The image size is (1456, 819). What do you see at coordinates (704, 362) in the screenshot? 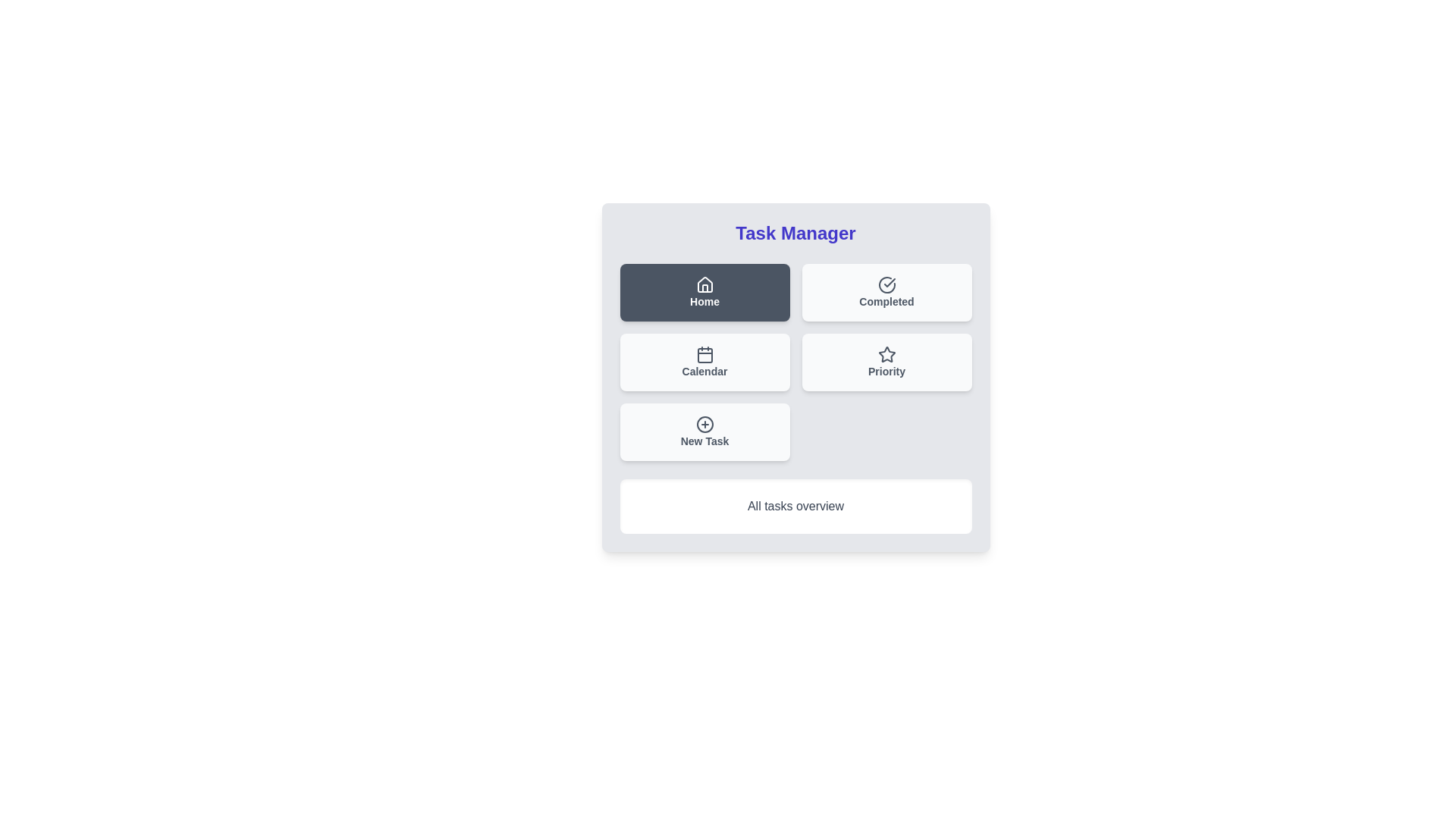
I see `the navigation button located in the bottom-left of the second row` at bounding box center [704, 362].